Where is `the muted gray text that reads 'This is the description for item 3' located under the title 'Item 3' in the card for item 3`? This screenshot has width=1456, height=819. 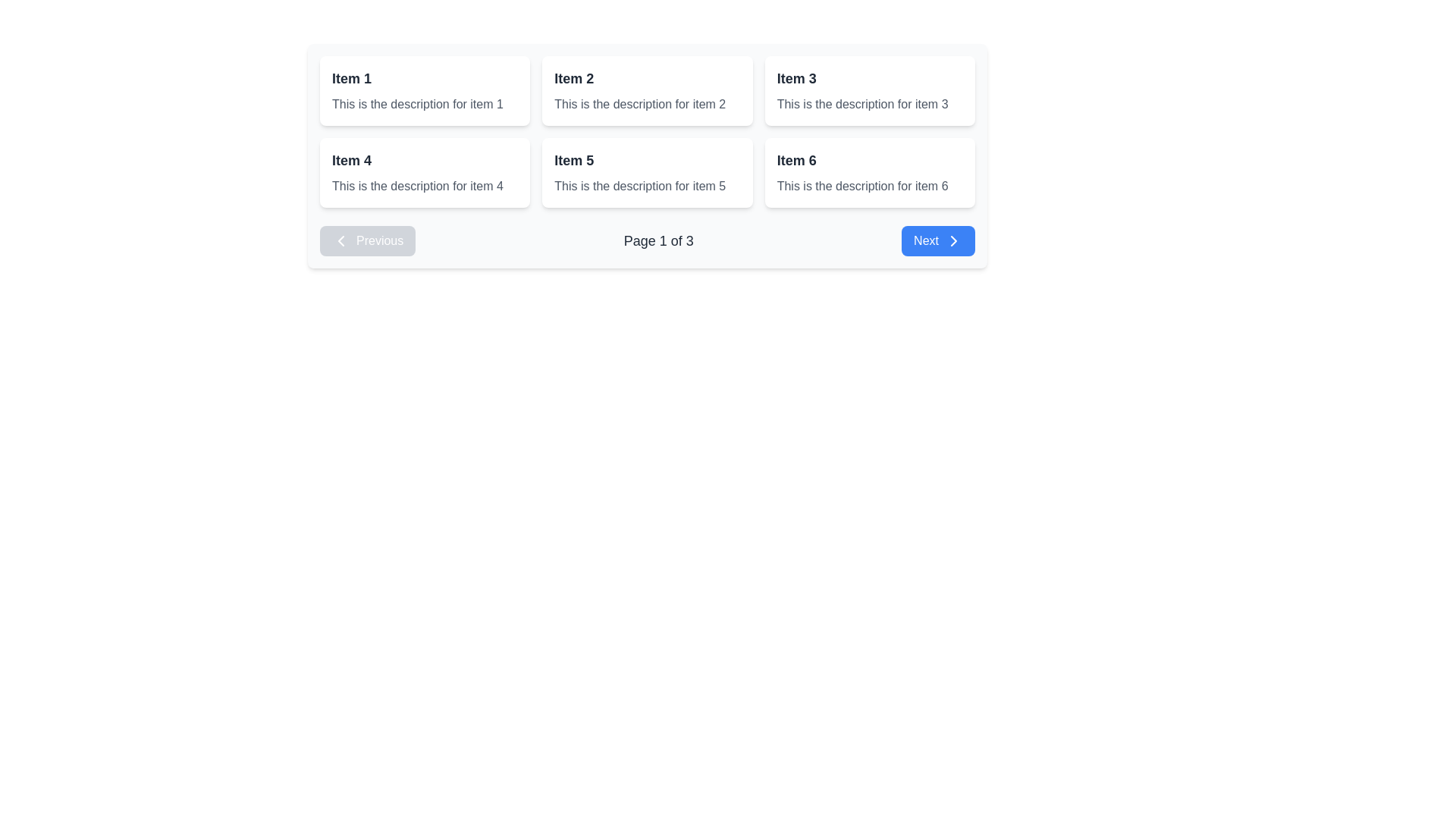
the muted gray text that reads 'This is the description for item 3' located under the title 'Item 3' in the card for item 3 is located at coordinates (862, 104).